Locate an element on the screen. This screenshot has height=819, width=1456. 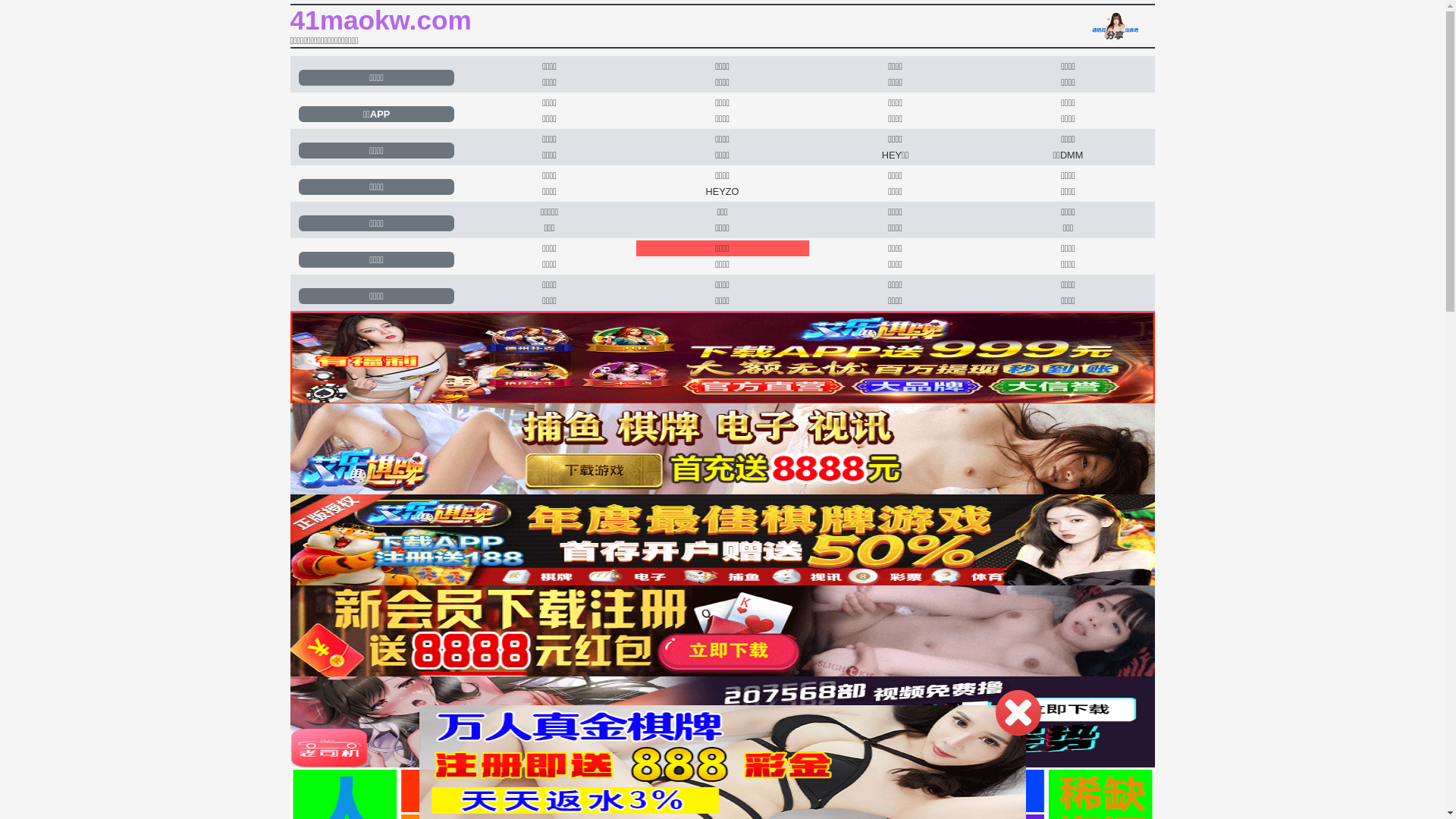
'HEYZO' is located at coordinates (721, 190).